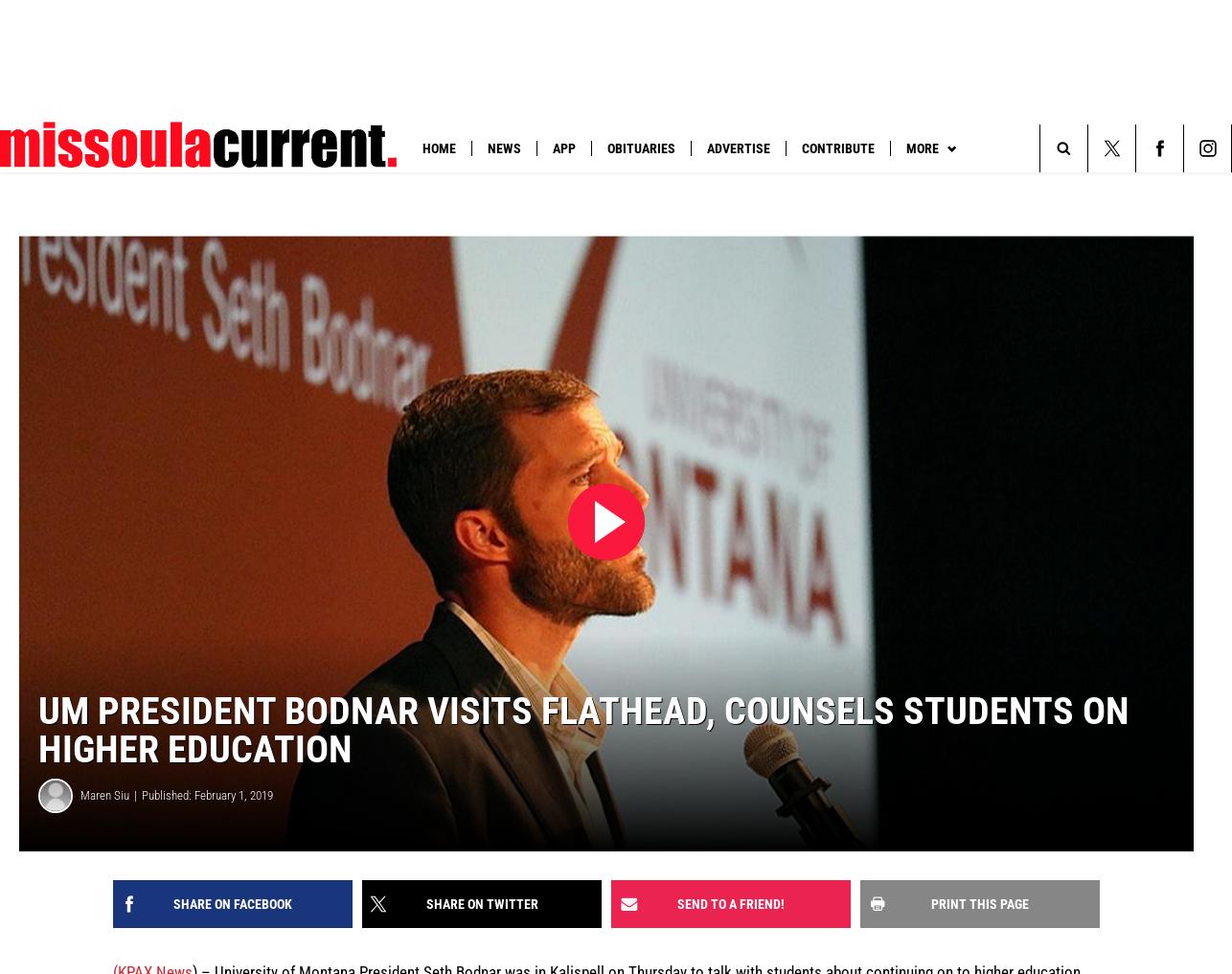 The width and height of the screenshot is (1232, 974). What do you see at coordinates (738, 147) in the screenshot?
I see `'Advertise'` at bounding box center [738, 147].